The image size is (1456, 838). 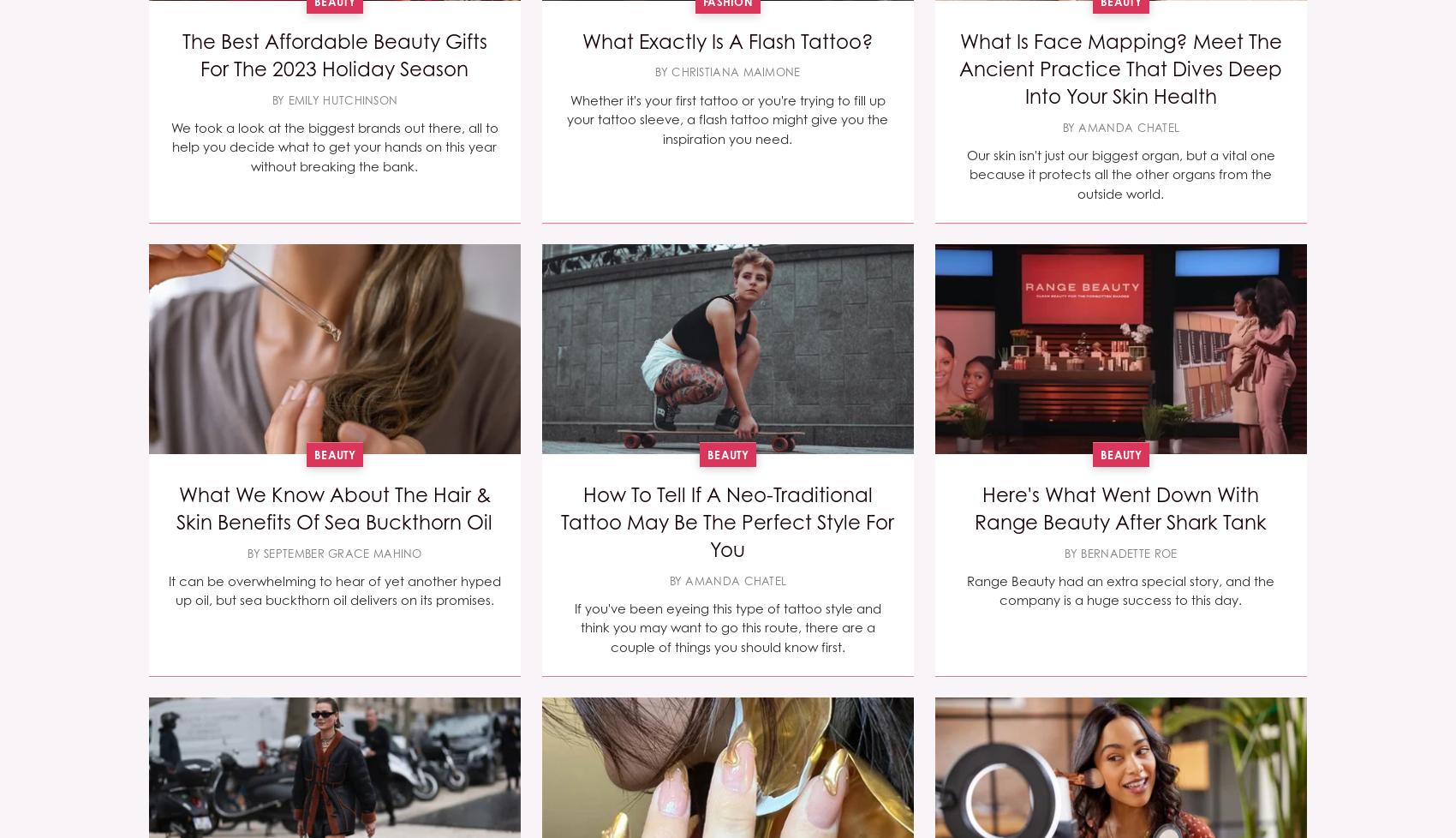 I want to click on 'Here's What Went Down With Range Beauty After Shark Tank', so click(x=974, y=507).